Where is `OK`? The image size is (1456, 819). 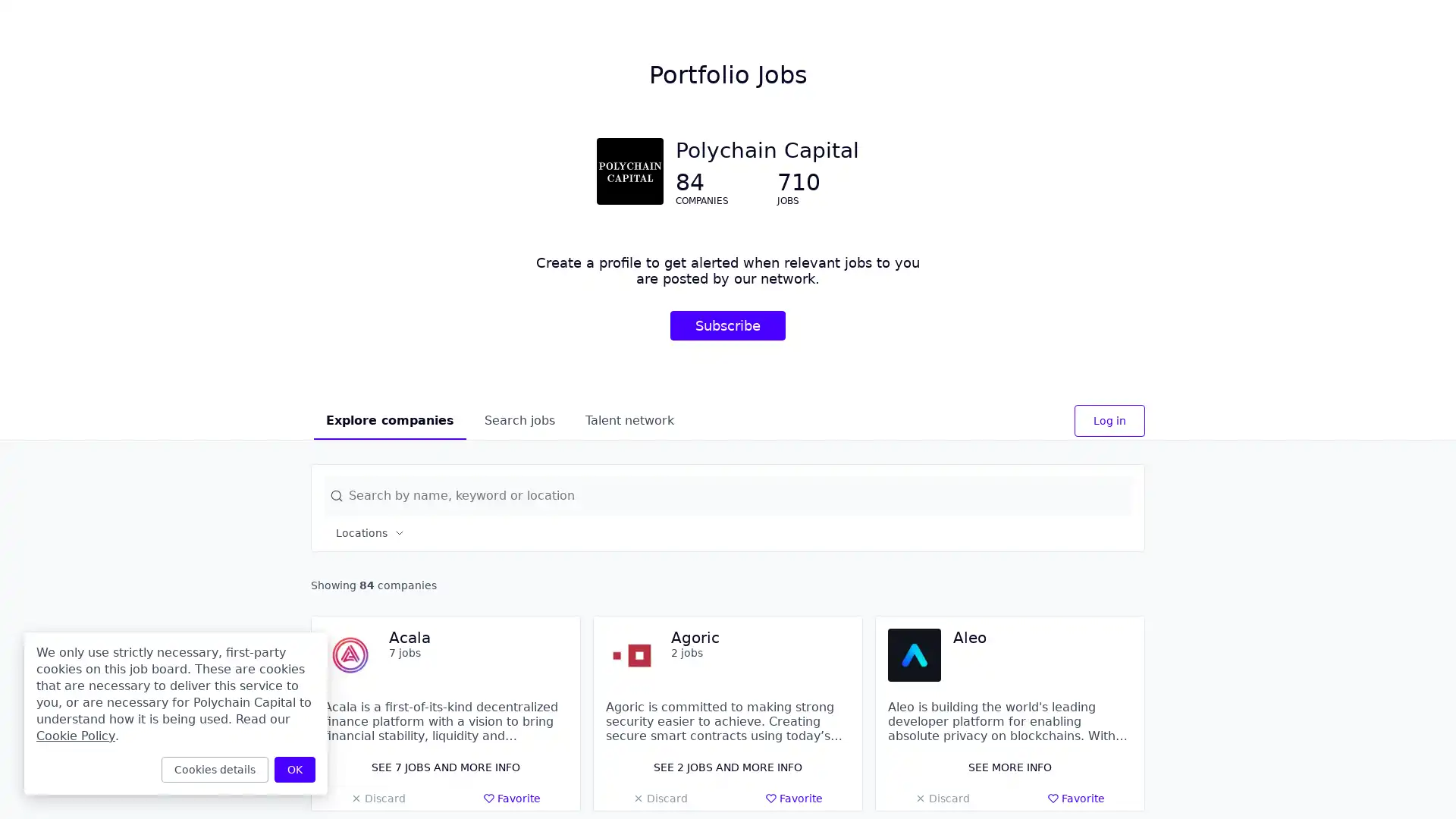 OK is located at coordinates (294, 769).